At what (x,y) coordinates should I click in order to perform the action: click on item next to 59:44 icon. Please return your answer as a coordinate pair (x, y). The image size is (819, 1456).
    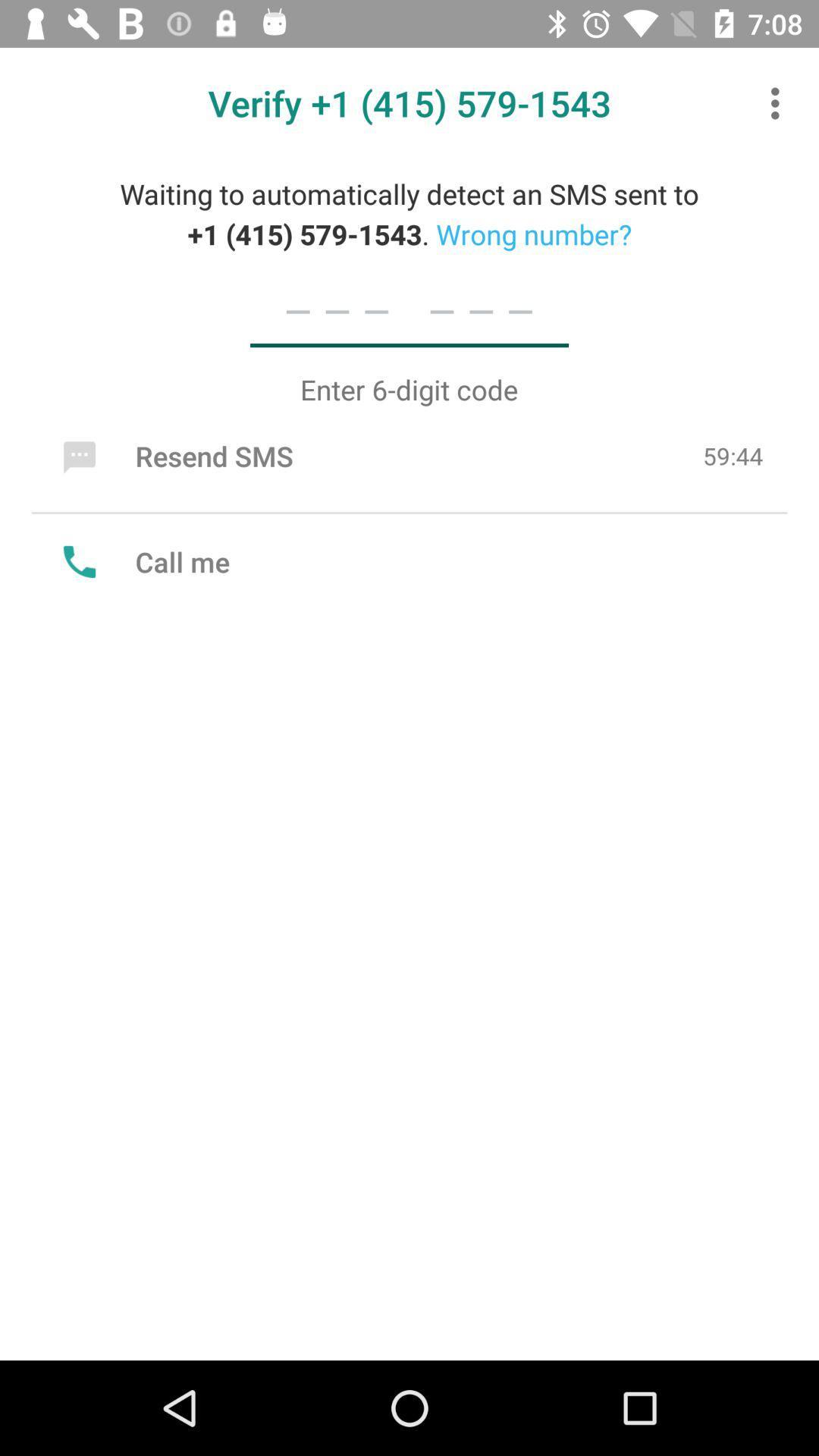
    Looking at the image, I should click on (174, 455).